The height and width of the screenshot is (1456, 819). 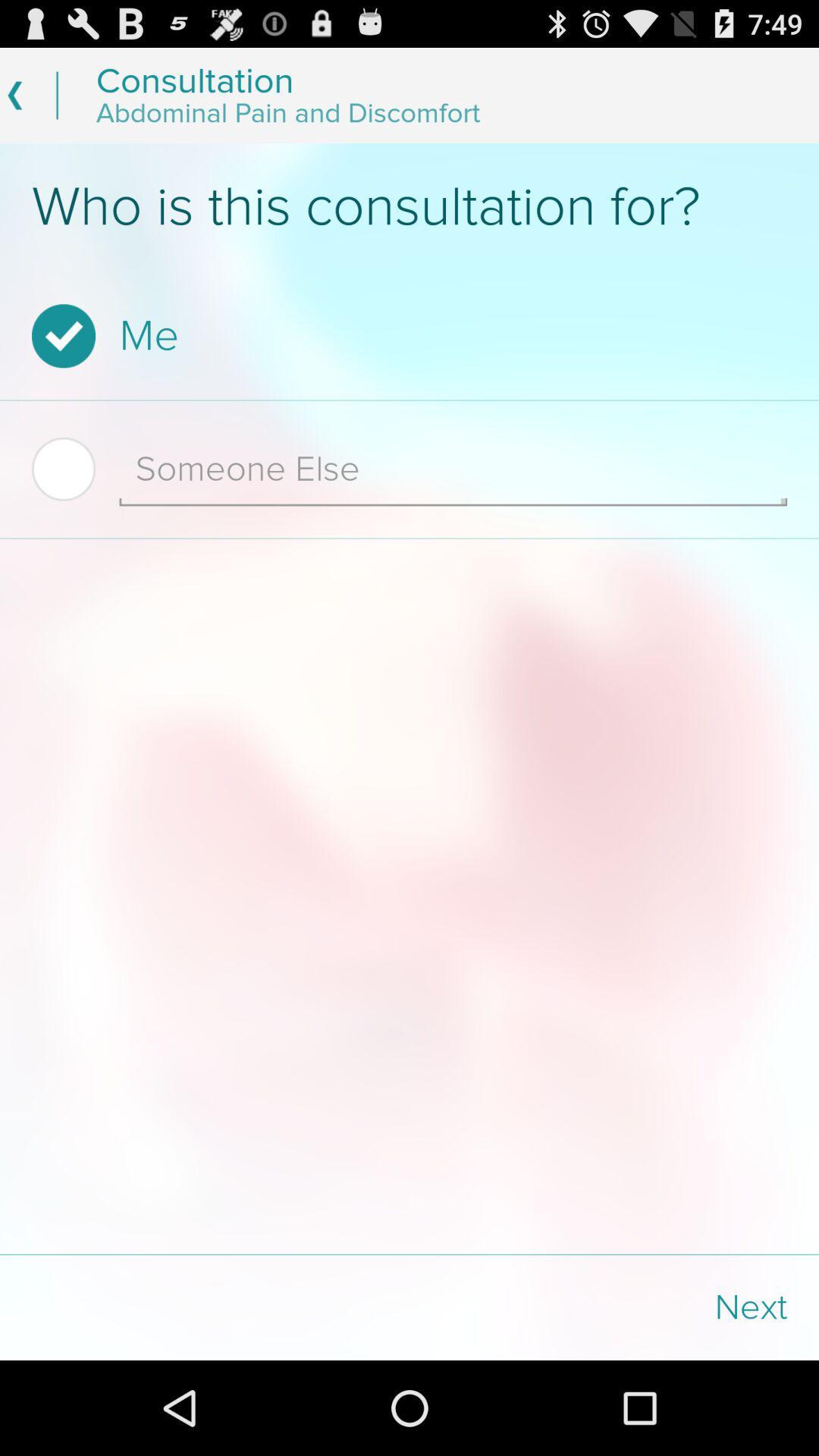 What do you see at coordinates (614, 1307) in the screenshot?
I see `the next icon` at bounding box center [614, 1307].